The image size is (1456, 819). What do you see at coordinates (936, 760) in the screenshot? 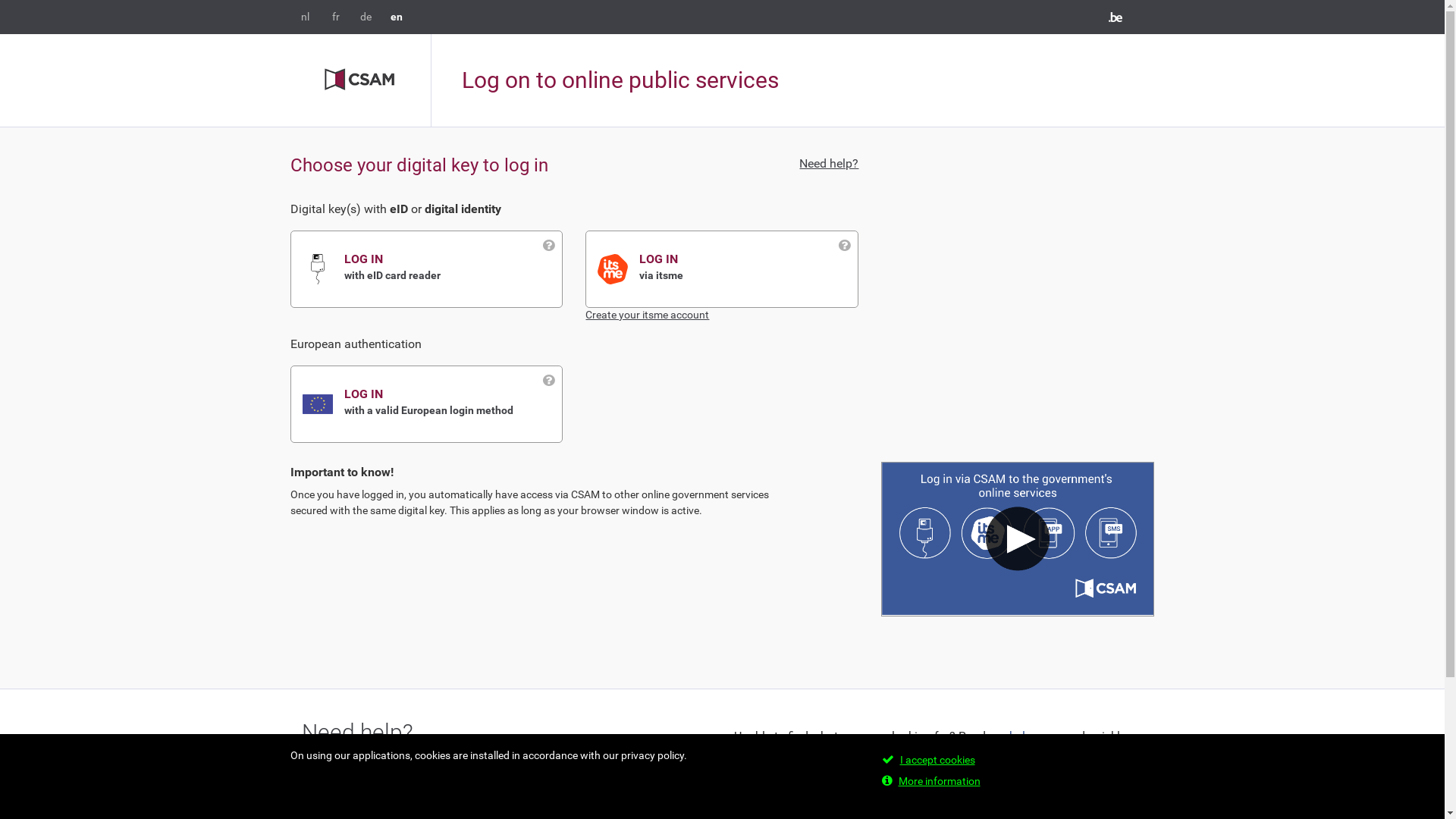
I see `'I accept cookies'` at bounding box center [936, 760].